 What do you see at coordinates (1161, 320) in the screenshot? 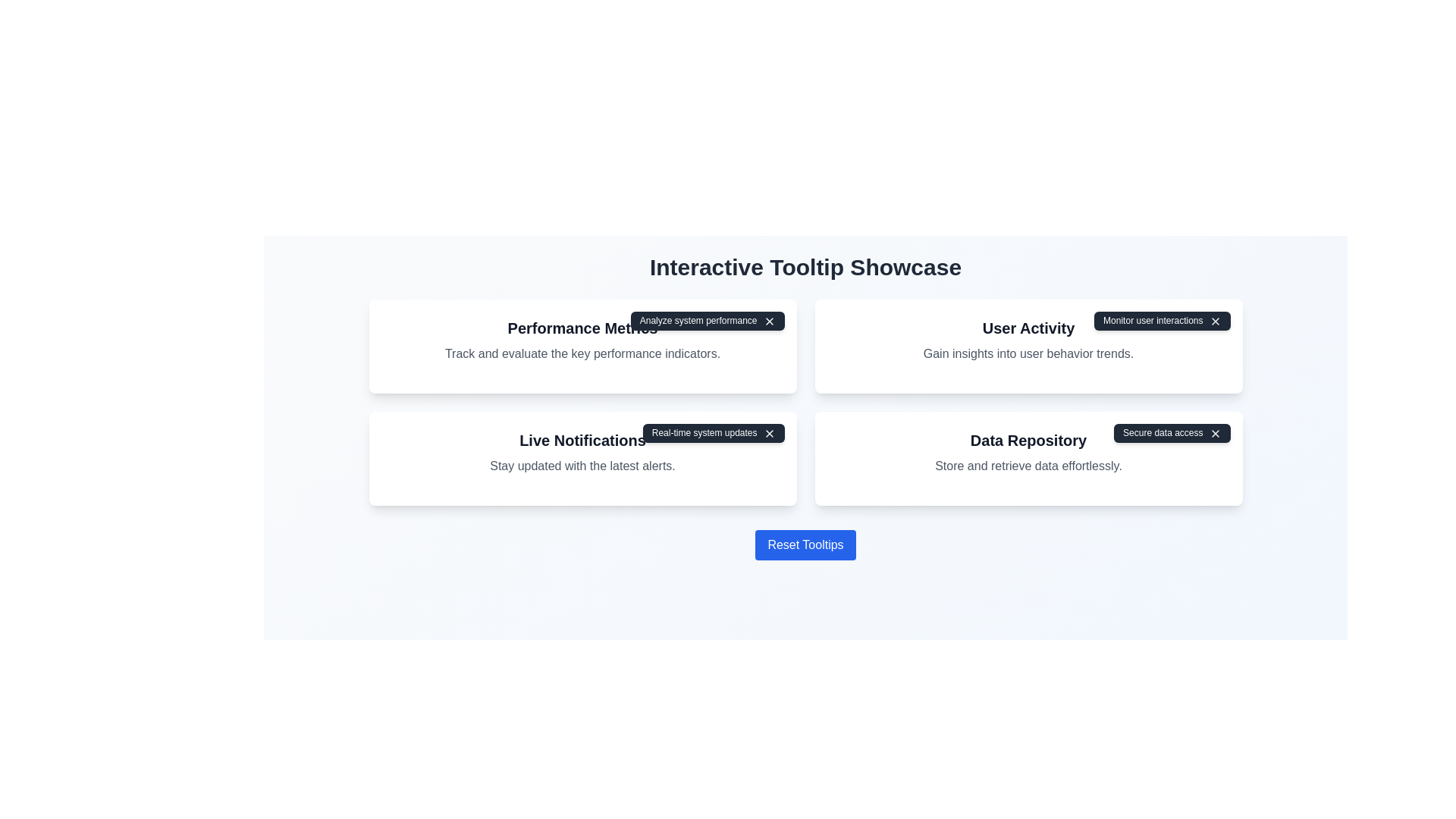
I see `the 'X' icon on the label with the text 'Monitor user interactions'` at bounding box center [1161, 320].